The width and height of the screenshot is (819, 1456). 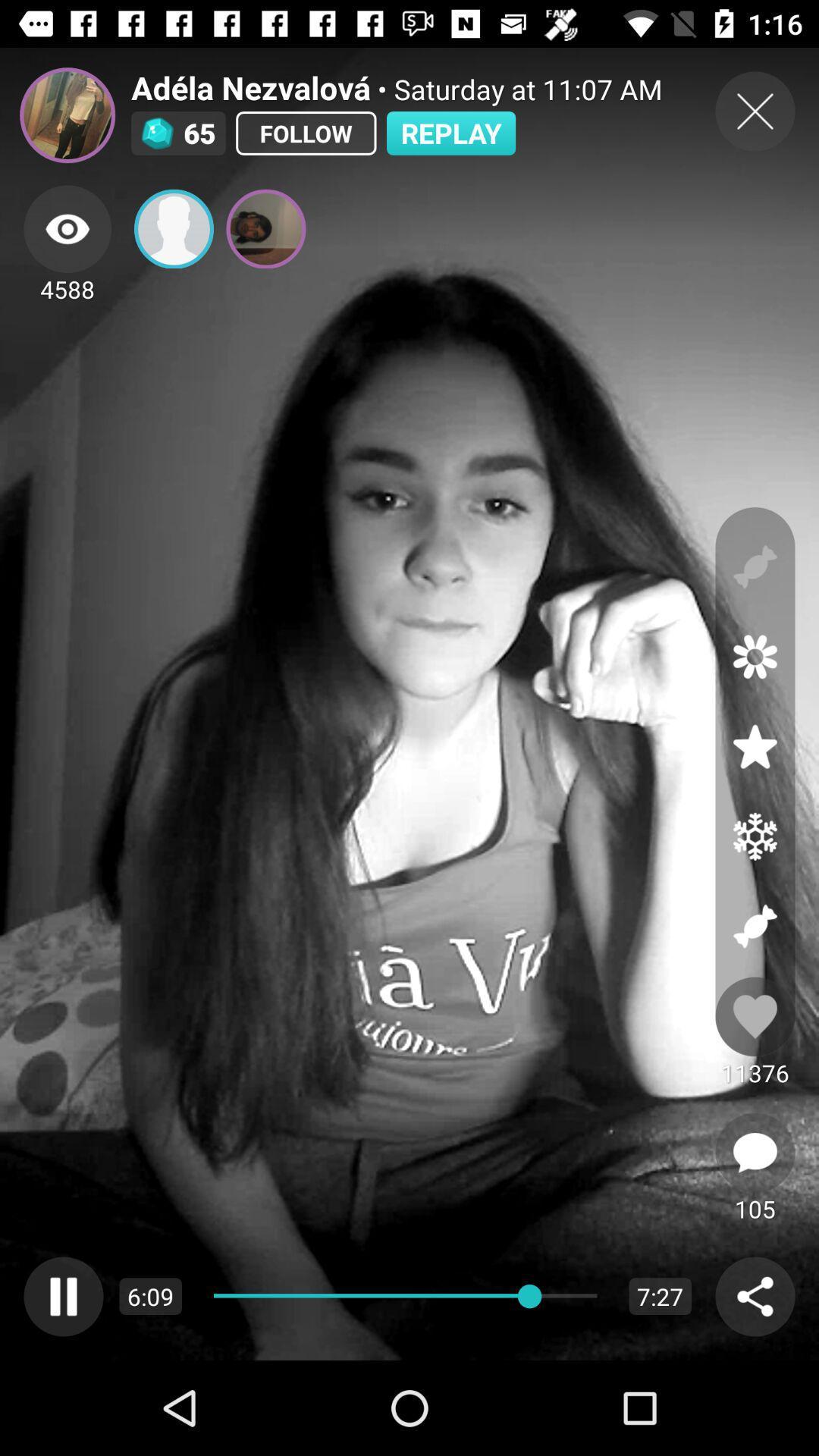 What do you see at coordinates (755, 111) in the screenshot?
I see `the close icon` at bounding box center [755, 111].